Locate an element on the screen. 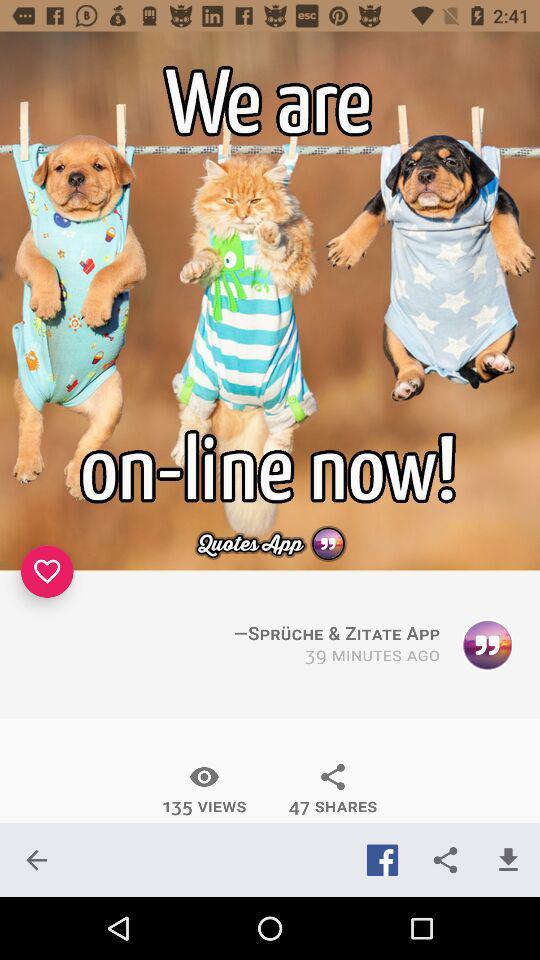 The height and width of the screenshot is (960, 540). the item to the right of the 135 views item is located at coordinates (333, 789).